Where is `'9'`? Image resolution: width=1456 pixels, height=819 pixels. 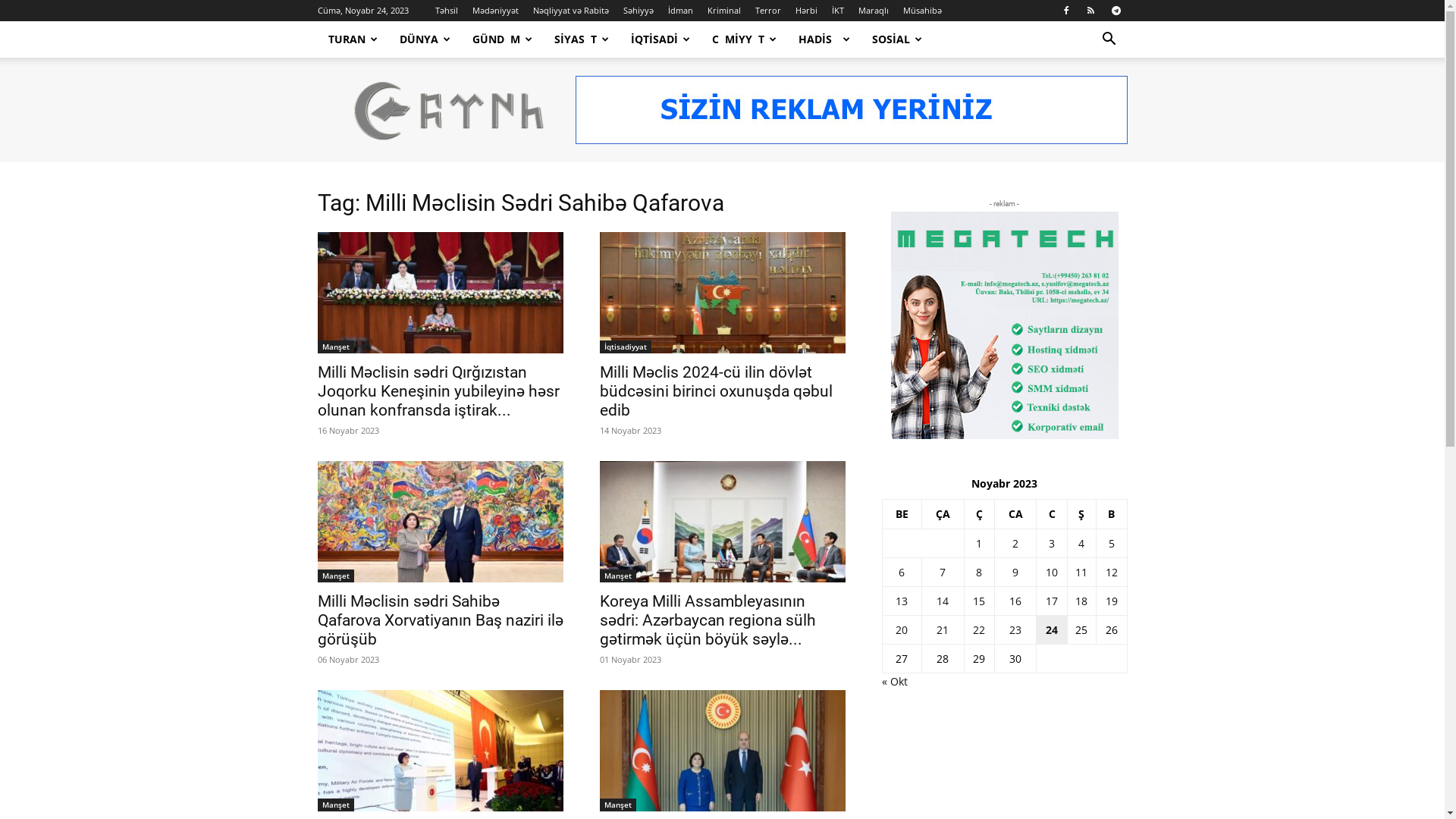
'9' is located at coordinates (1015, 572).